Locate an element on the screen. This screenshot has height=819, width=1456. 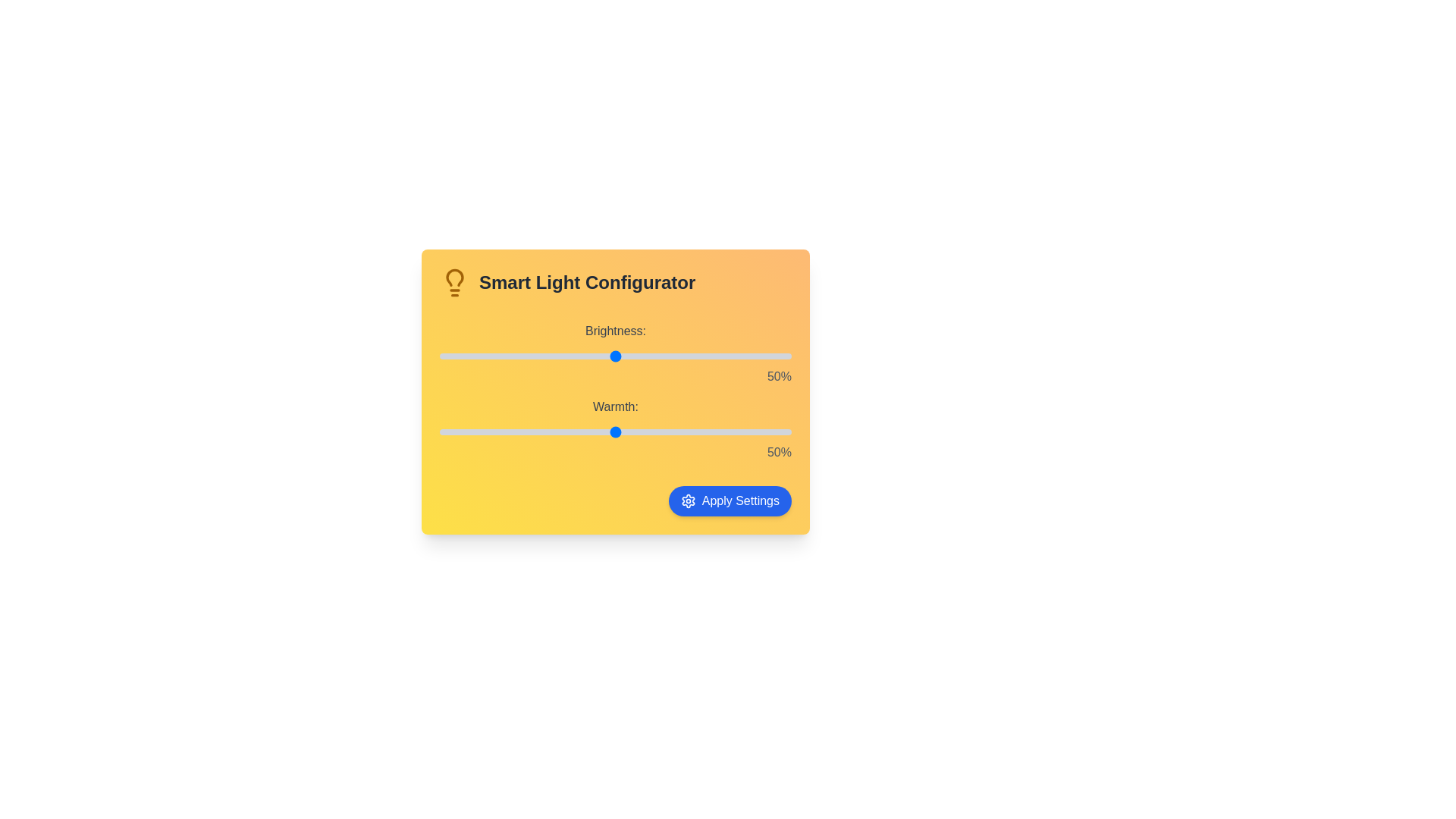
the brightness is located at coordinates (608, 356).